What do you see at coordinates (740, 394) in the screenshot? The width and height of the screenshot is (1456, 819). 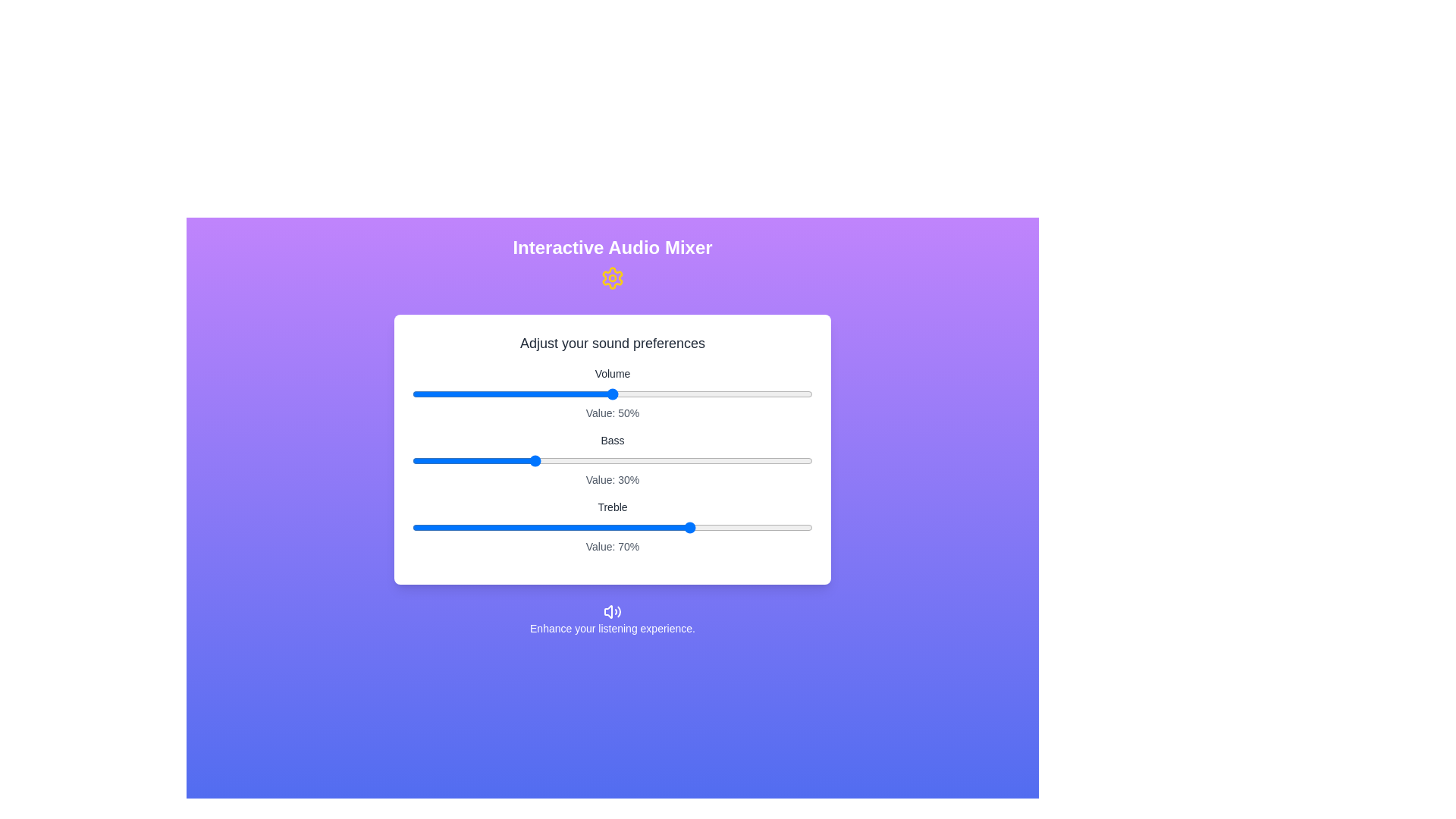 I see `the slider for 0 to 82%` at bounding box center [740, 394].